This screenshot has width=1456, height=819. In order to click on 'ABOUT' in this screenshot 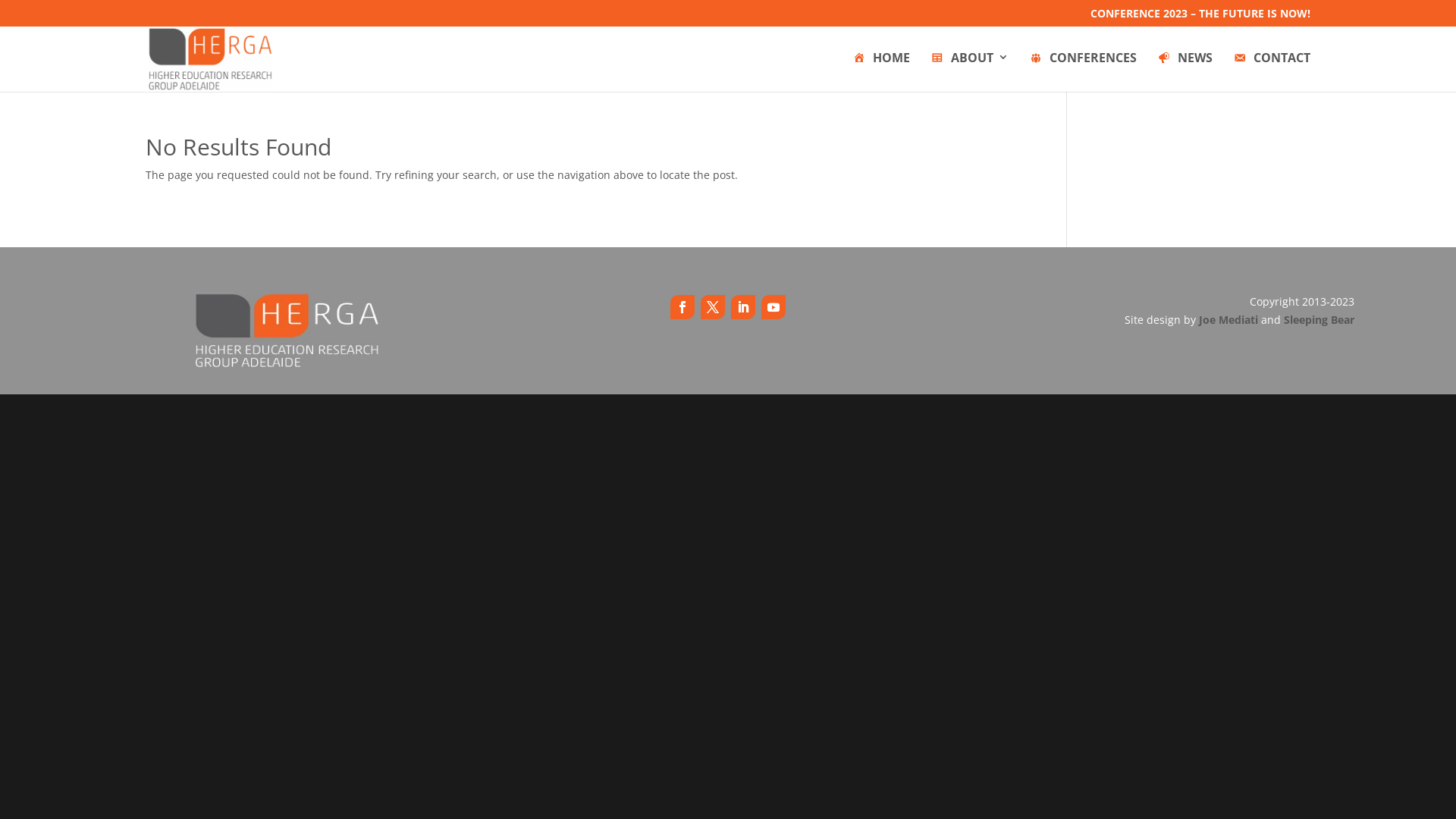, I will do `click(968, 71)`.